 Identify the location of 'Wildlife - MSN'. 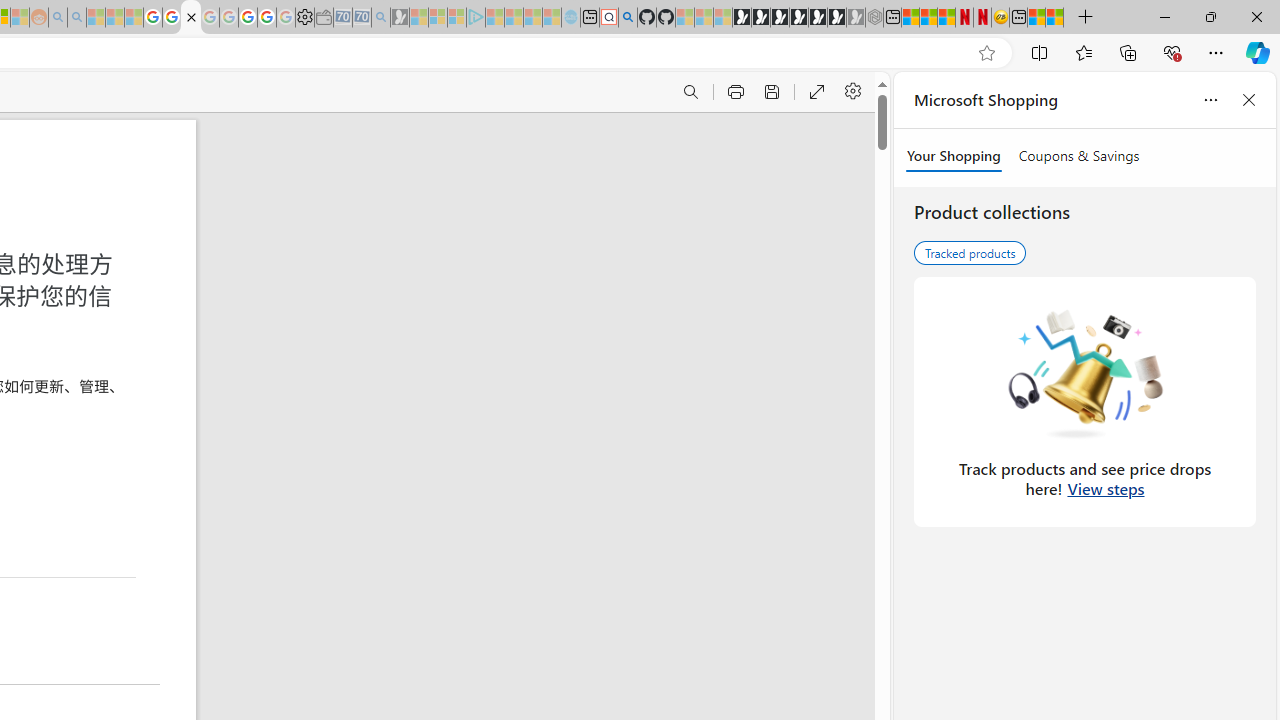
(1036, 17).